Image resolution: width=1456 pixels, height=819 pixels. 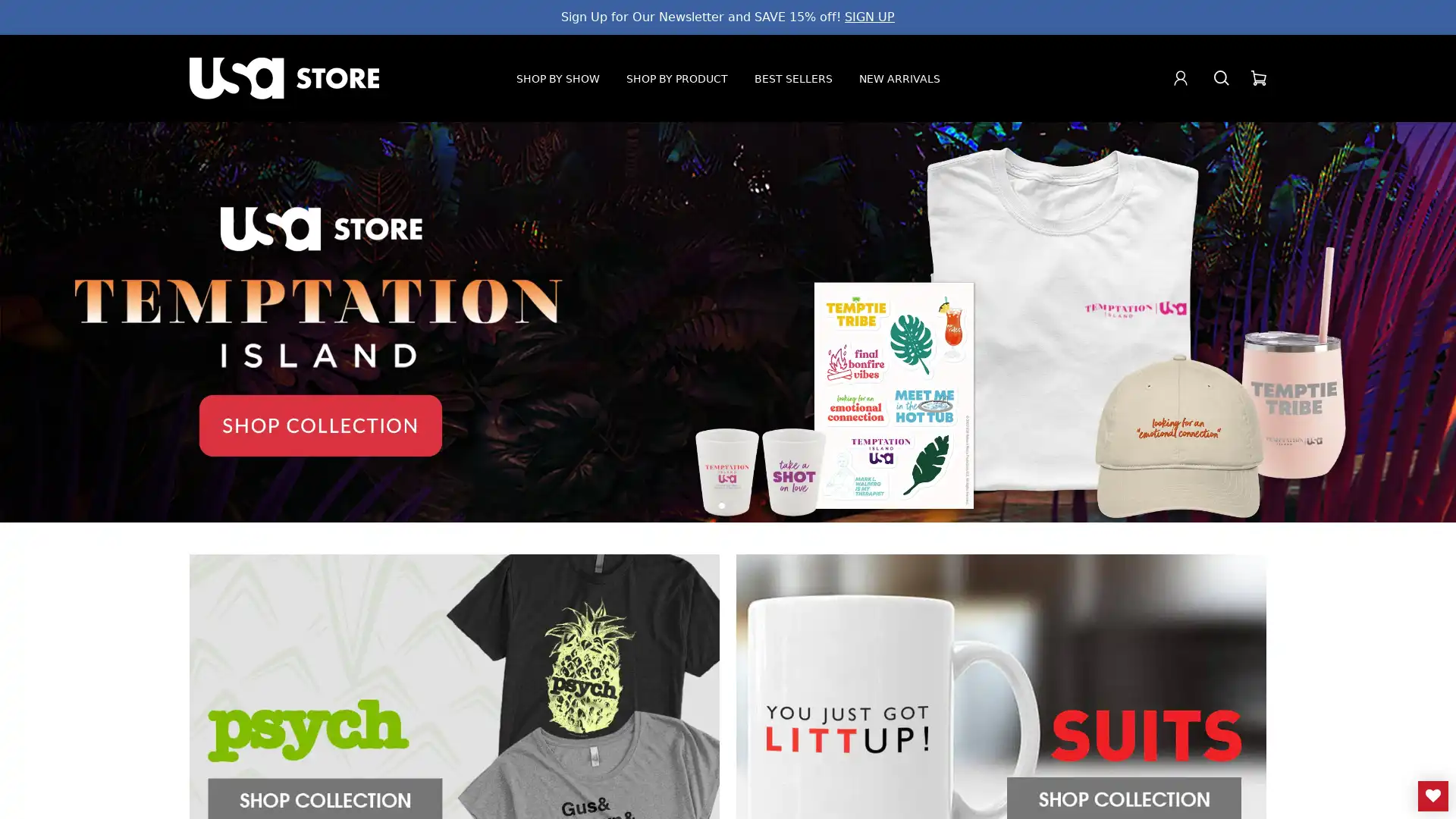 What do you see at coordinates (1267, 792) in the screenshot?
I see `Manage Cookies` at bounding box center [1267, 792].